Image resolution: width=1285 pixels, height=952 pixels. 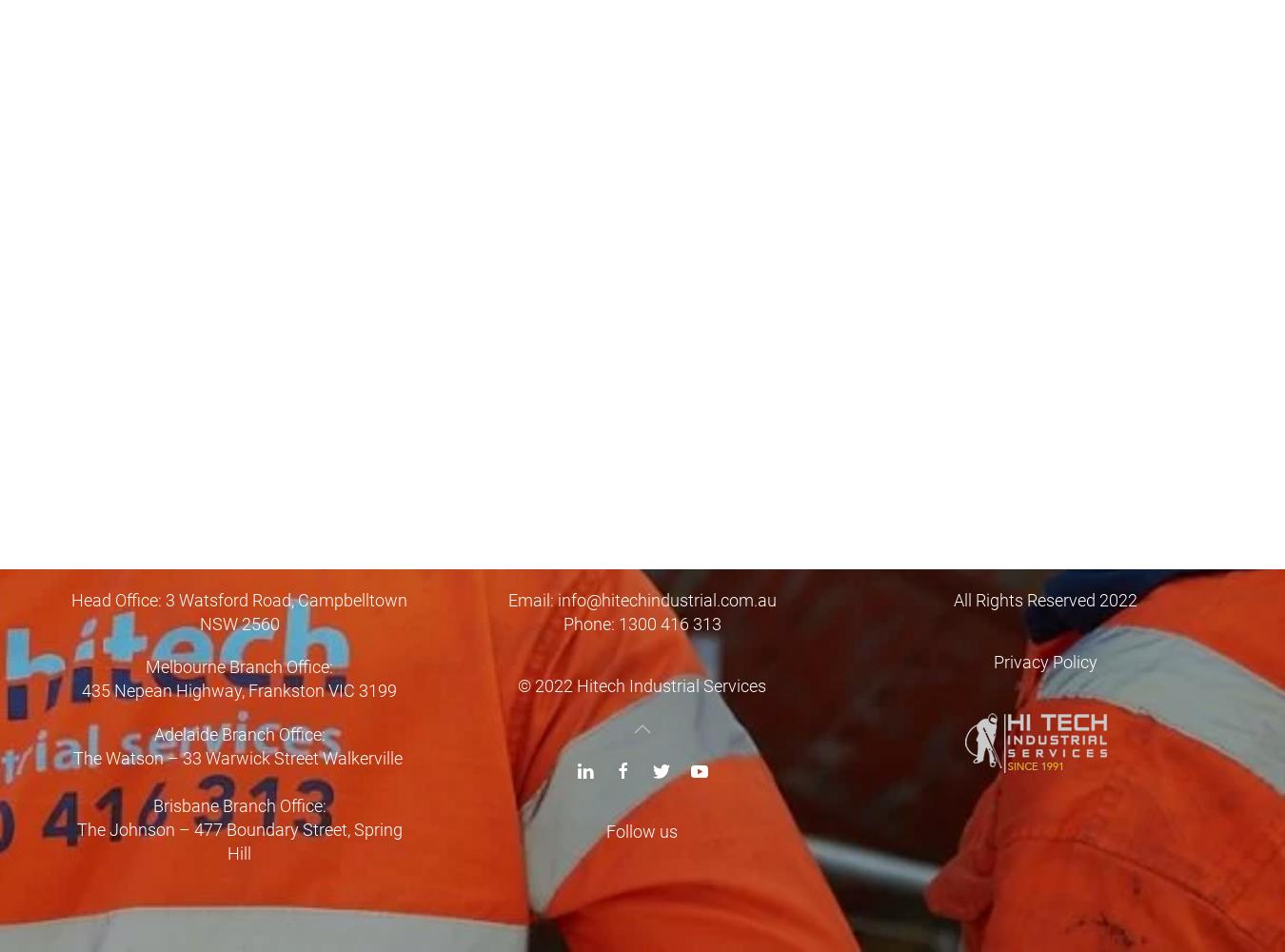 I want to click on 'The Watson – 33 Warwick Street Walkerville', so click(x=237, y=757).